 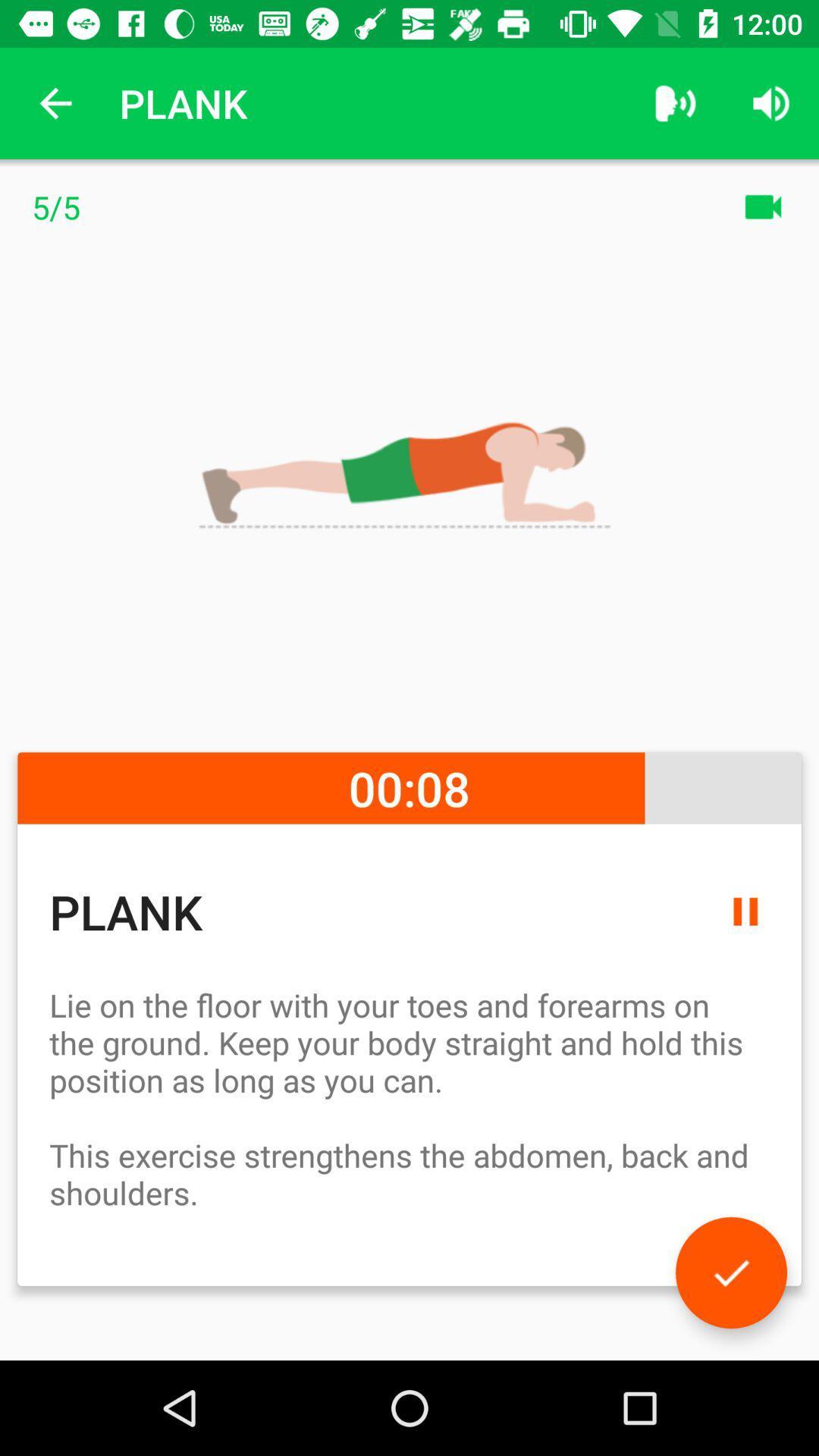 What do you see at coordinates (675, 103) in the screenshot?
I see `the icon beside plank` at bounding box center [675, 103].